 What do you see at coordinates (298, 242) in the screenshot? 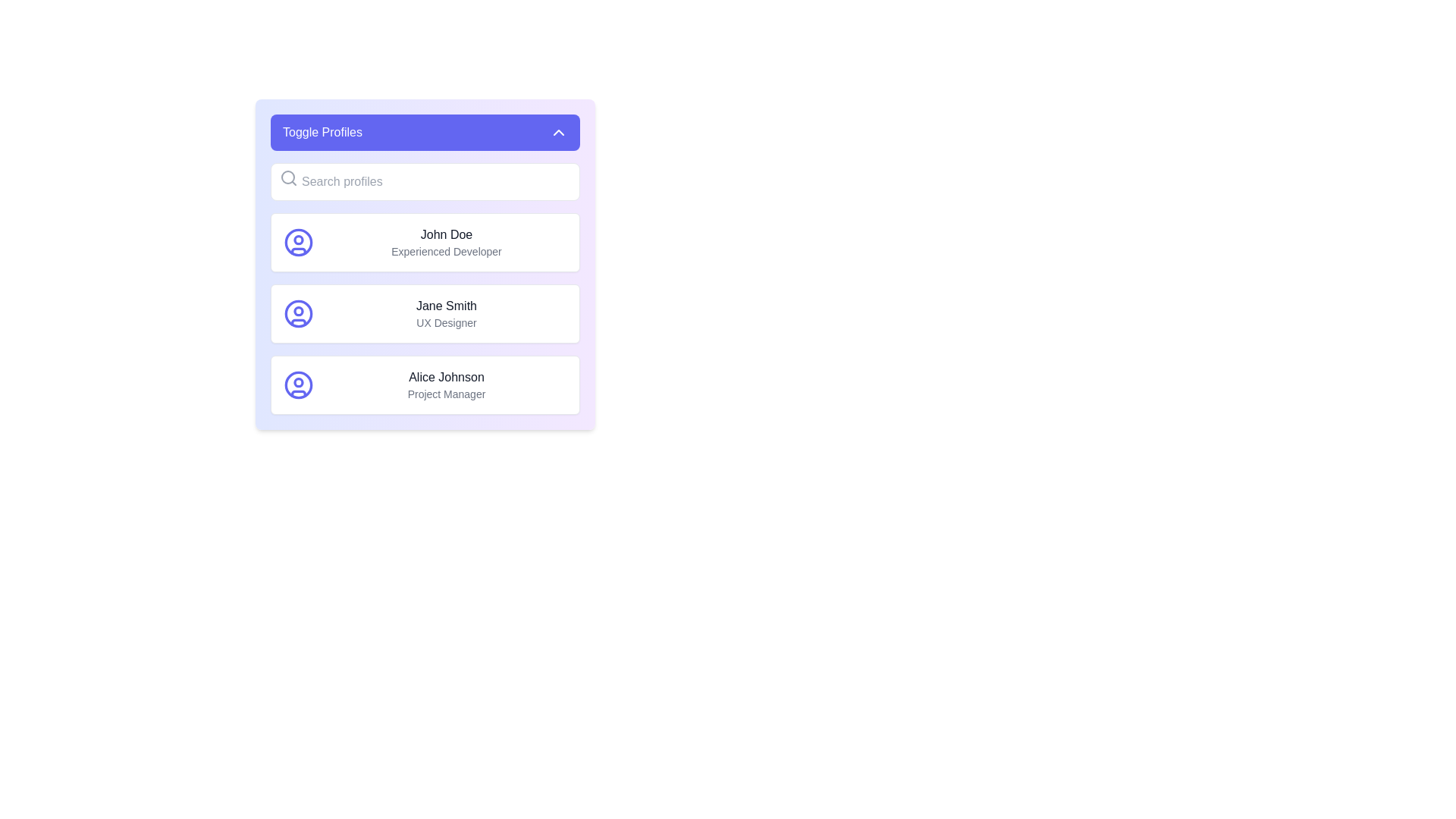
I see `the profile icon represented by a blue stroked SVG circle graphic next to the name 'John Doe' in the user profiles listing interface` at bounding box center [298, 242].